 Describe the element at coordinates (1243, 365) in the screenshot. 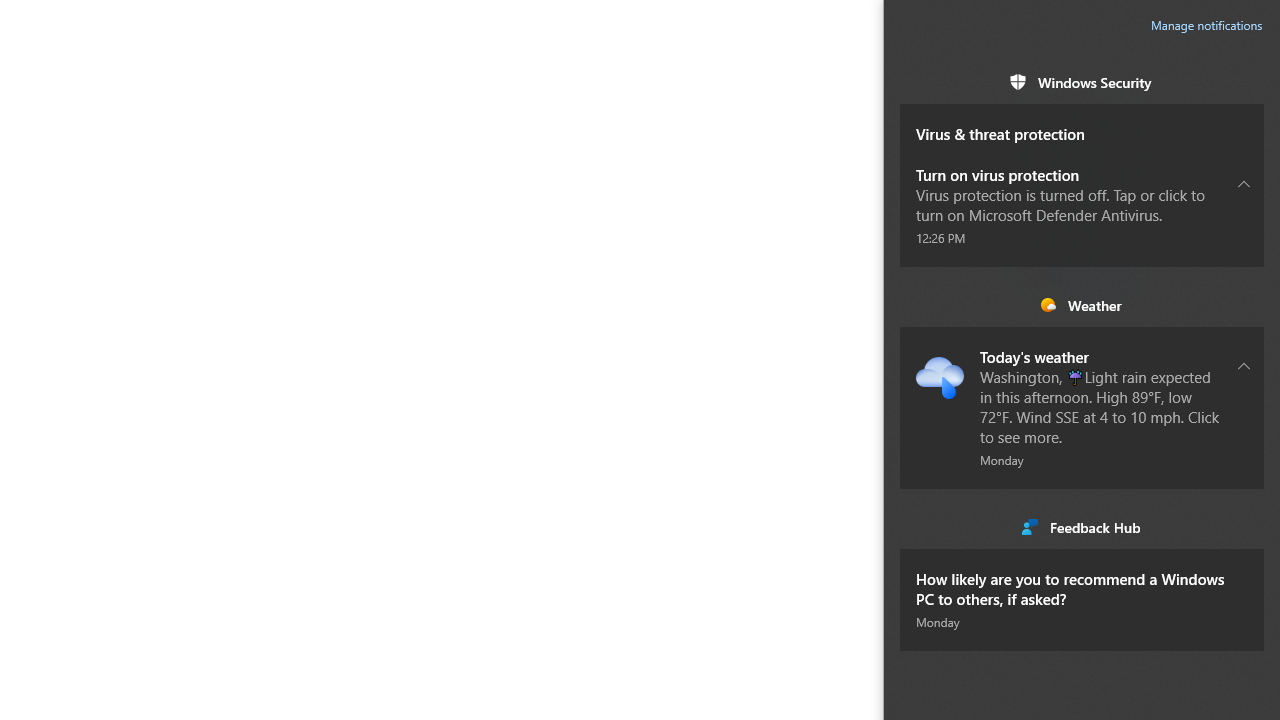

I see `'Collapse this notification'` at that location.